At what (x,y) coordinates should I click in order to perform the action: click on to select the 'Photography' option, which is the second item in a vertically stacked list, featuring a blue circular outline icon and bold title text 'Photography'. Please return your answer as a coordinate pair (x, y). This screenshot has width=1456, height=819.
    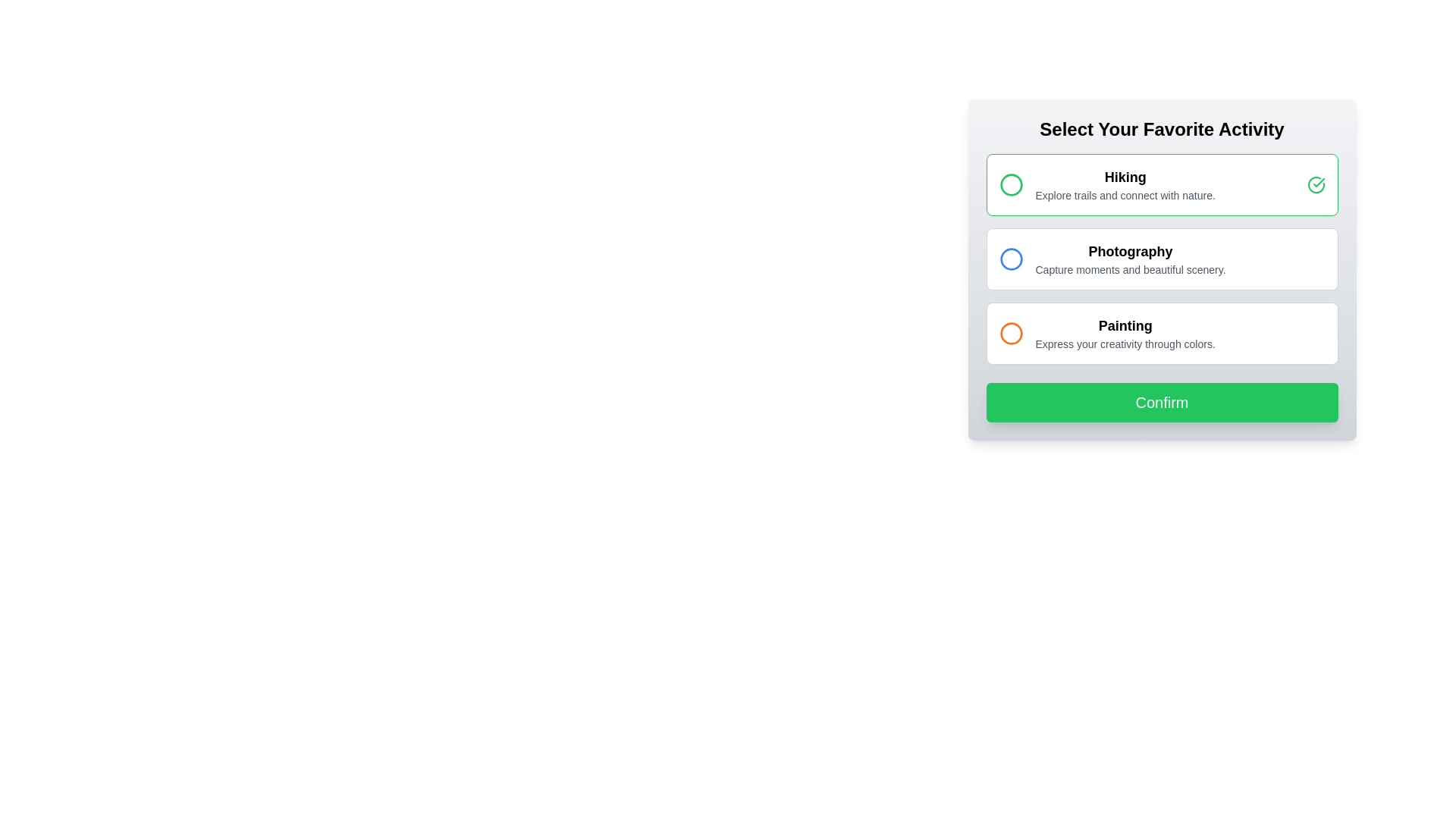
    Looking at the image, I should click on (1112, 259).